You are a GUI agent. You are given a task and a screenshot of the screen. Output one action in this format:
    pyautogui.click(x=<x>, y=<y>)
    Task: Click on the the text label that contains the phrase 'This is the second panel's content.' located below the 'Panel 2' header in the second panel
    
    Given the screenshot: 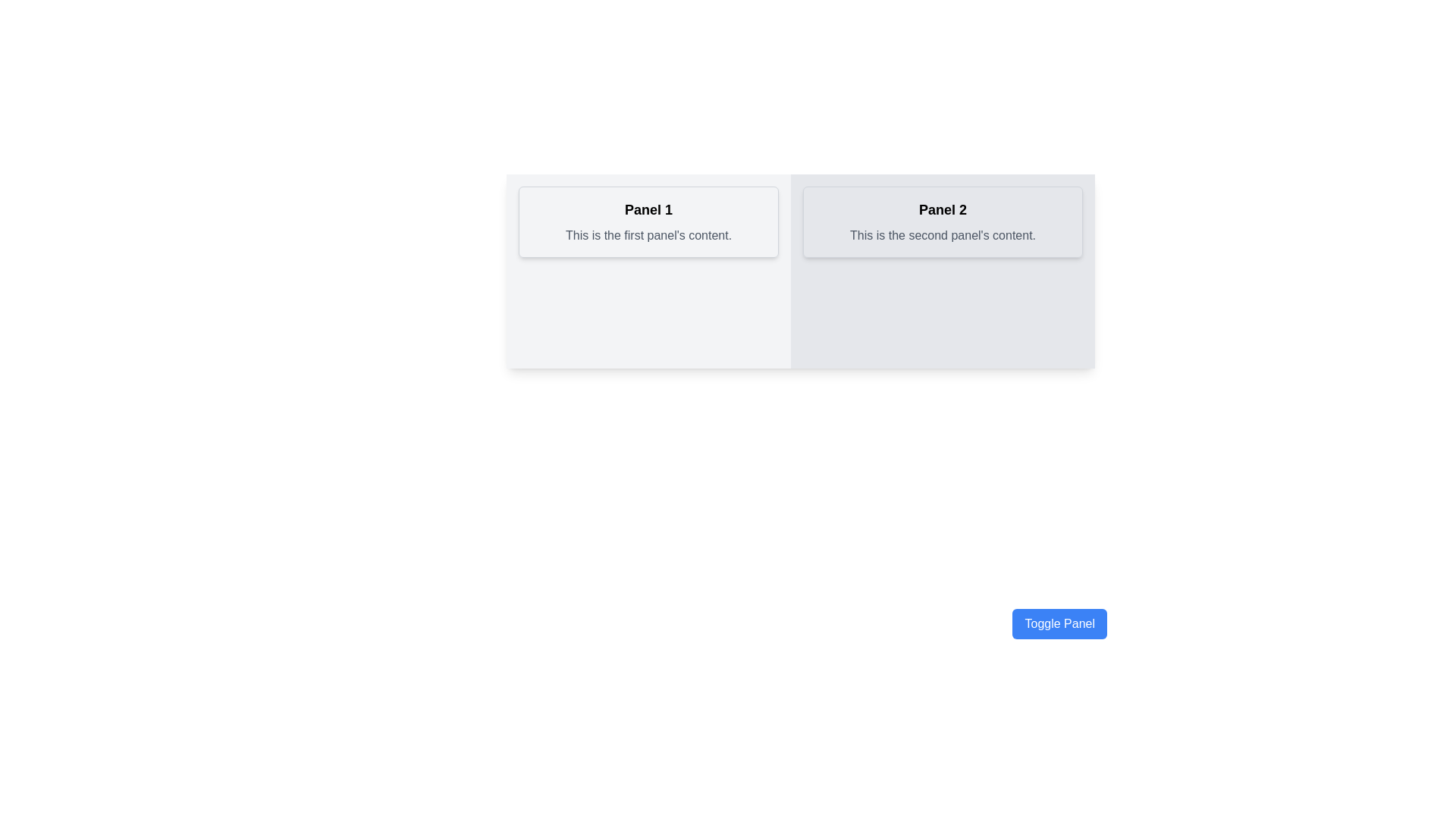 What is the action you would take?
    pyautogui.click(x=942, y=236)
    